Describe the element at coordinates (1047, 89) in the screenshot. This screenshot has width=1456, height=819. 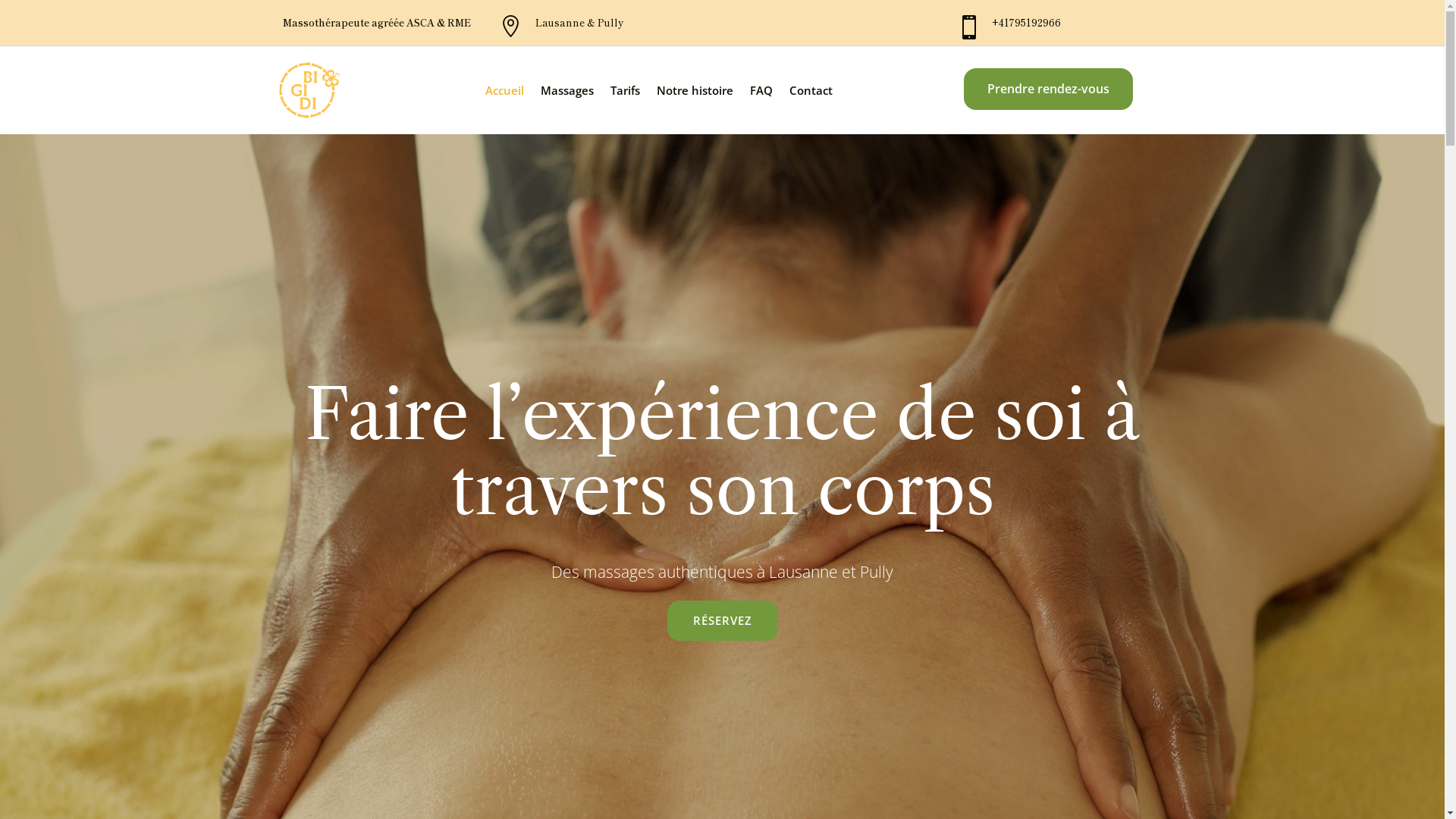
I see `'Prendre rendez-vous'` at that location.